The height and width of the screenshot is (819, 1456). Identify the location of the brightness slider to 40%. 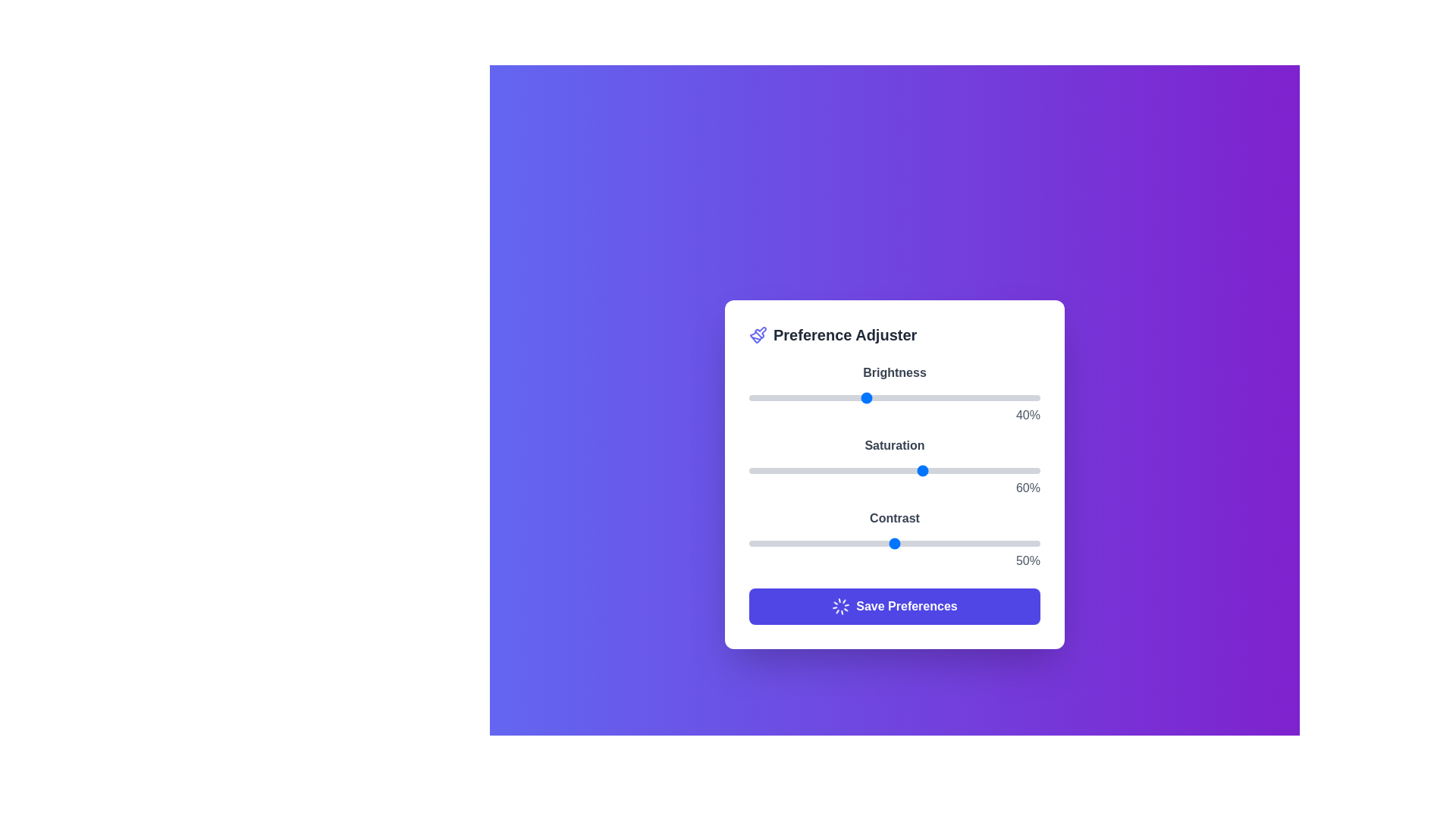
(865, 397).